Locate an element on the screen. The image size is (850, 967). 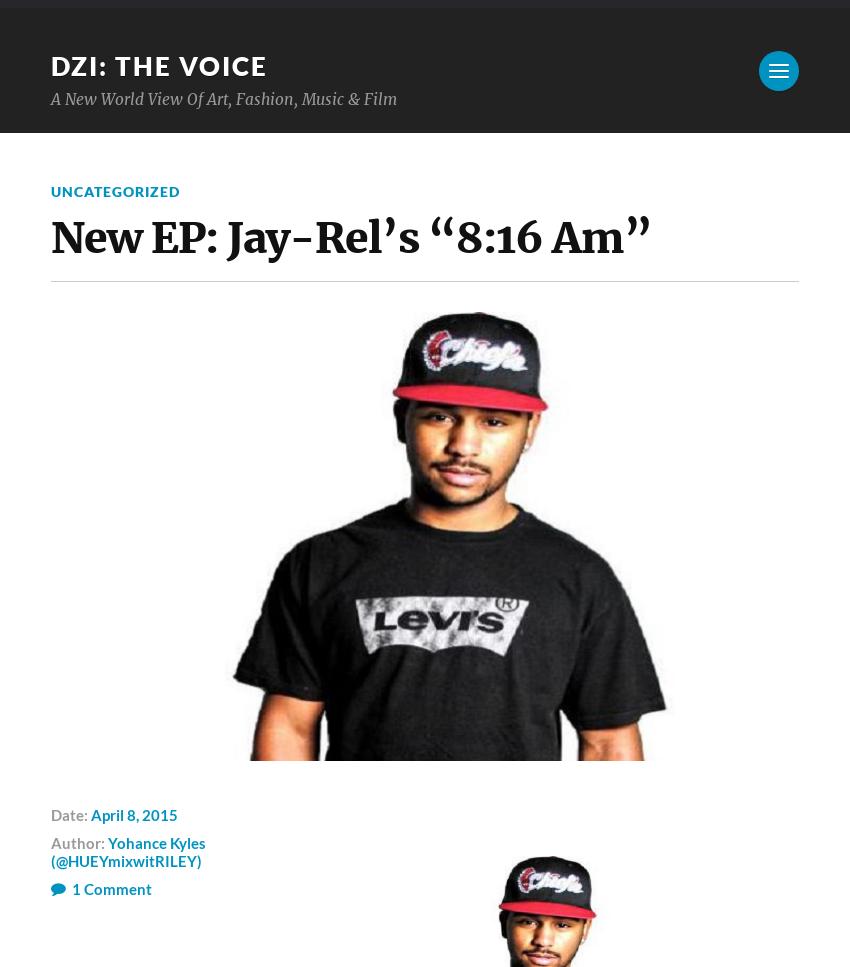
'New EP: Jay-Rel’s “8:16 Am”' is located at coordinates (350, 237).